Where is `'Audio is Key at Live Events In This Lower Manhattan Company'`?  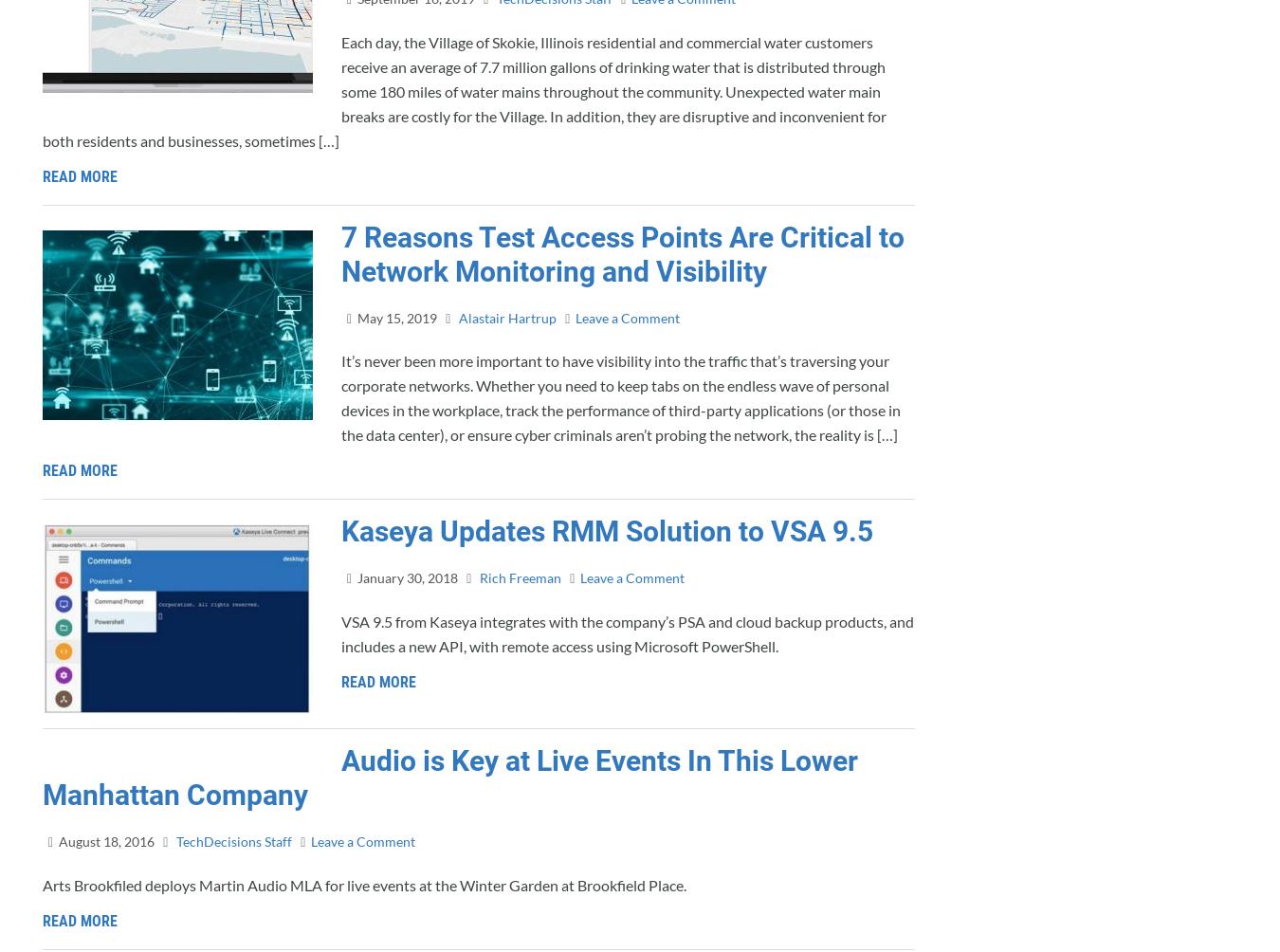
'Audio is Key at Live Events In This Lower Manhattan Company' is located at coordinates (449, 778).